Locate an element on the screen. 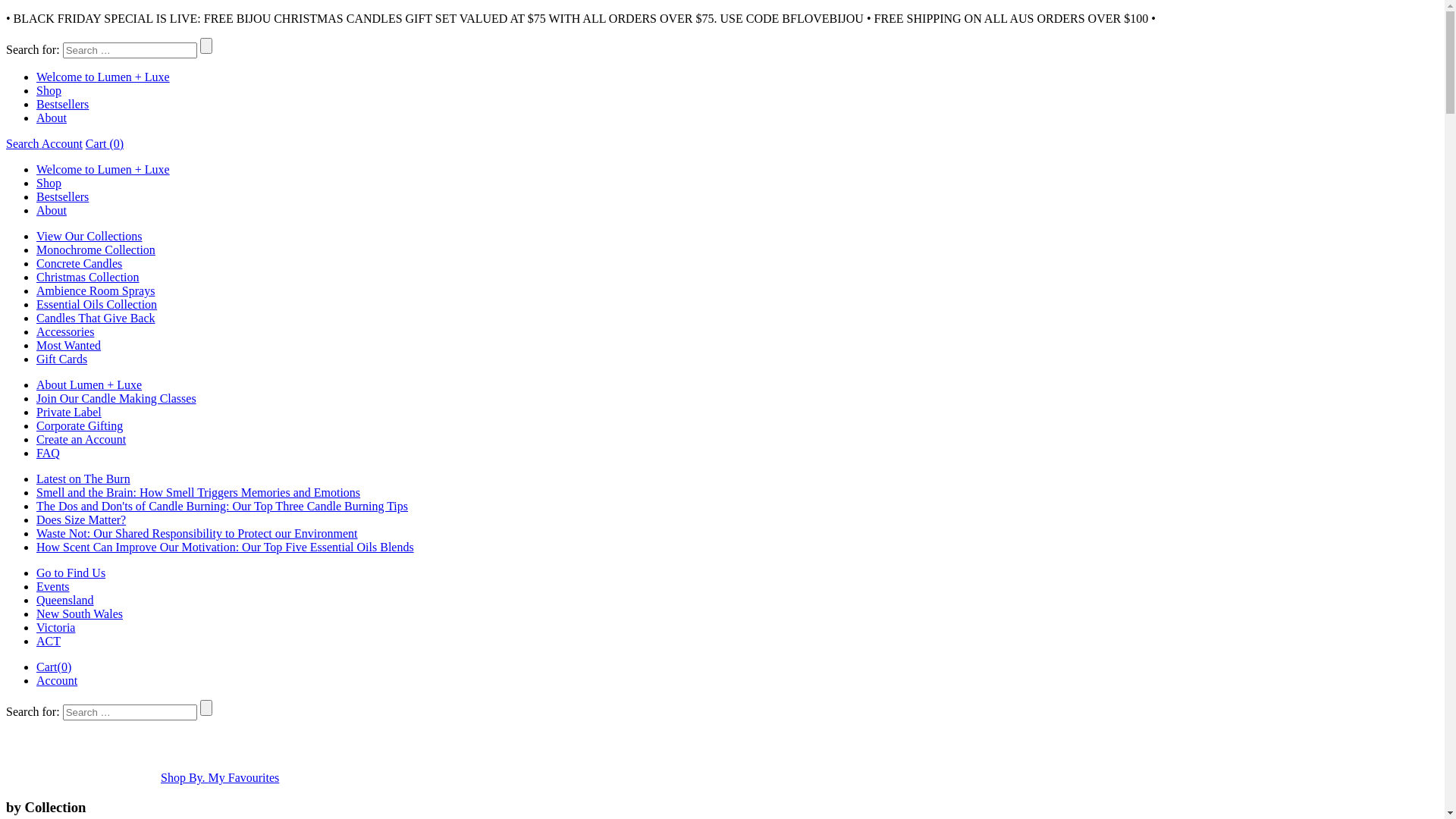  'New South Wales' is located at coordinates (79, 613).